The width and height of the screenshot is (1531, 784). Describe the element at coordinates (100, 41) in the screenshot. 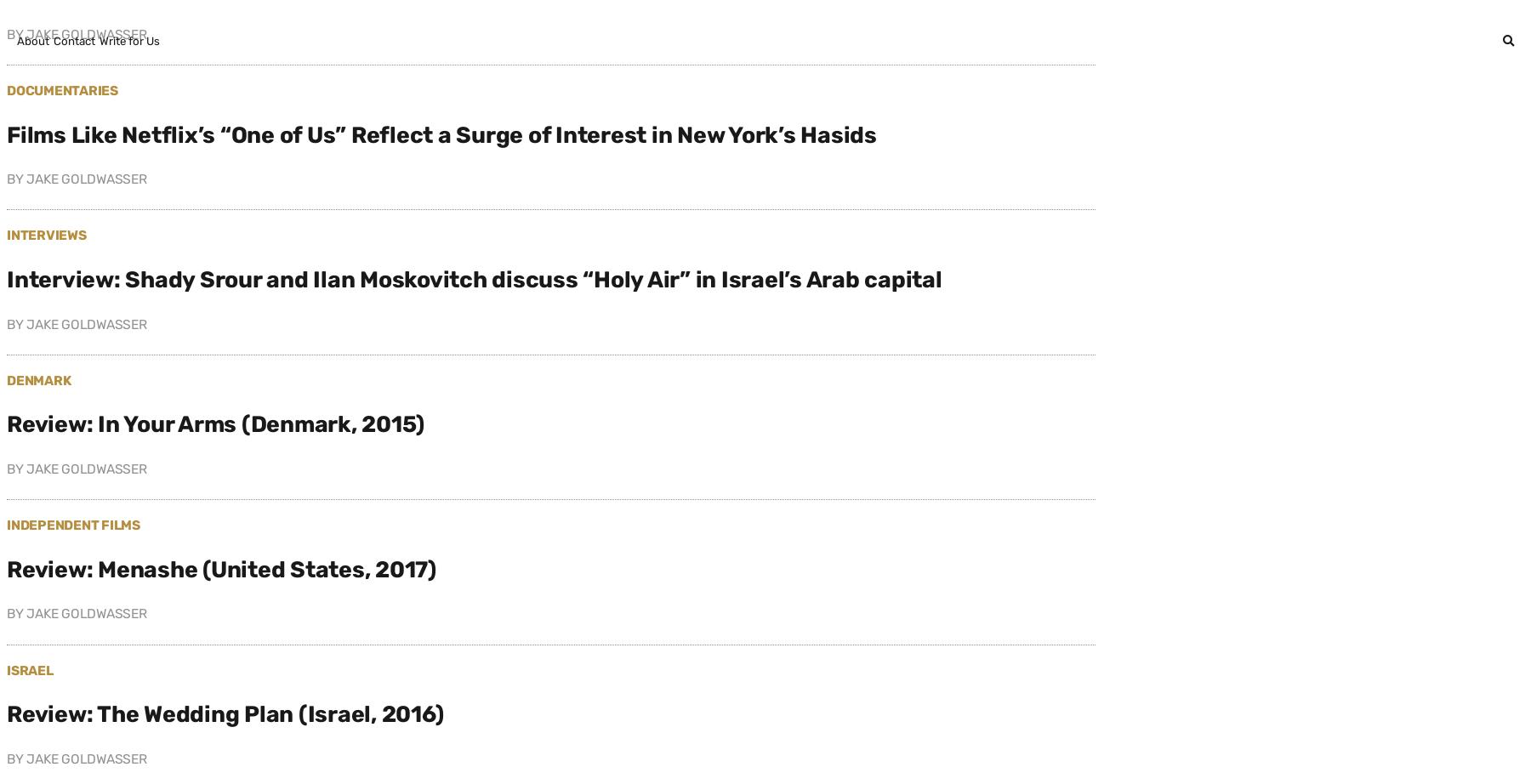

I see `'Write for Us'` at that location.